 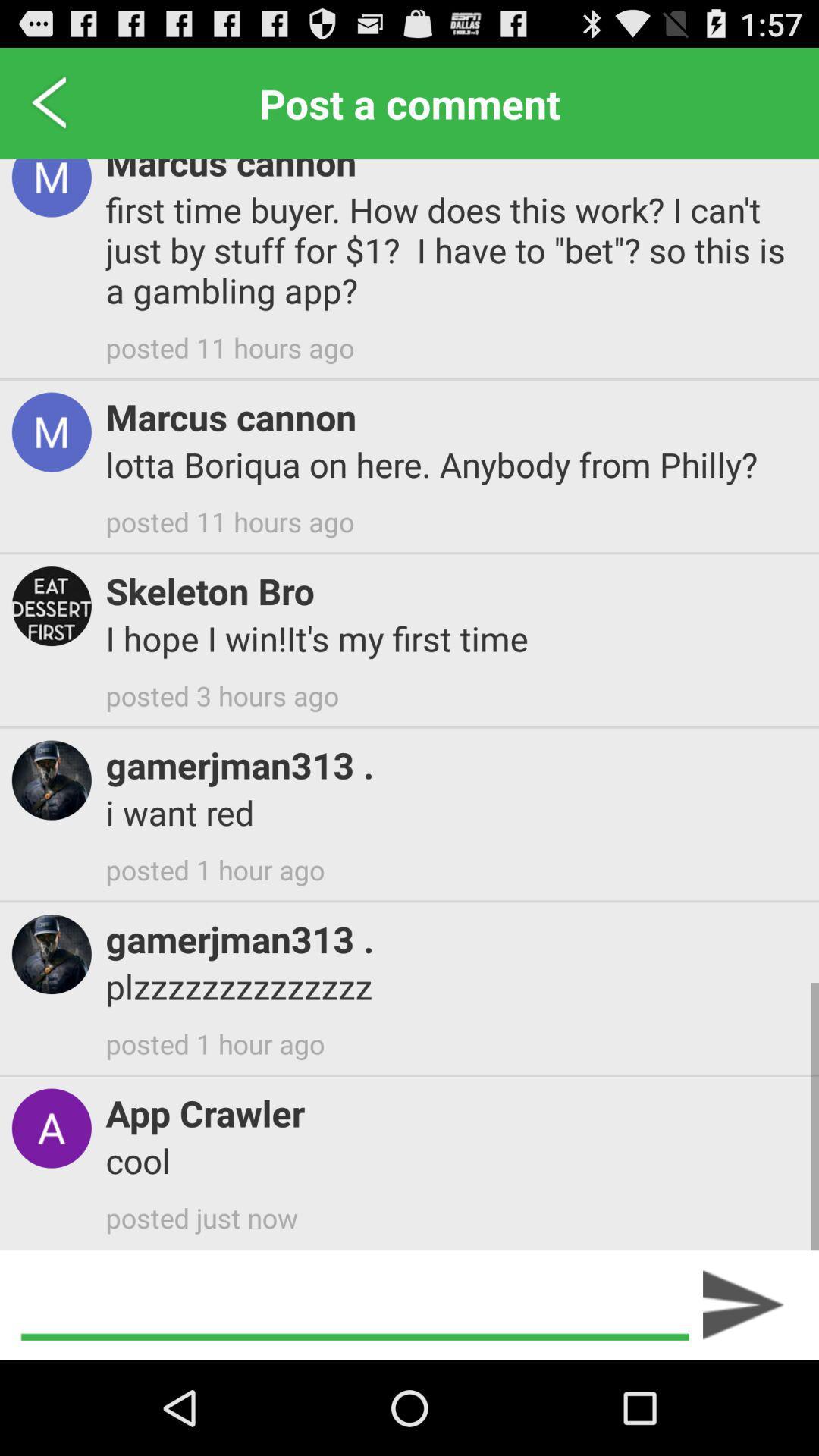 I want to click on icon below posted just now, so click(x=743, y=1304).